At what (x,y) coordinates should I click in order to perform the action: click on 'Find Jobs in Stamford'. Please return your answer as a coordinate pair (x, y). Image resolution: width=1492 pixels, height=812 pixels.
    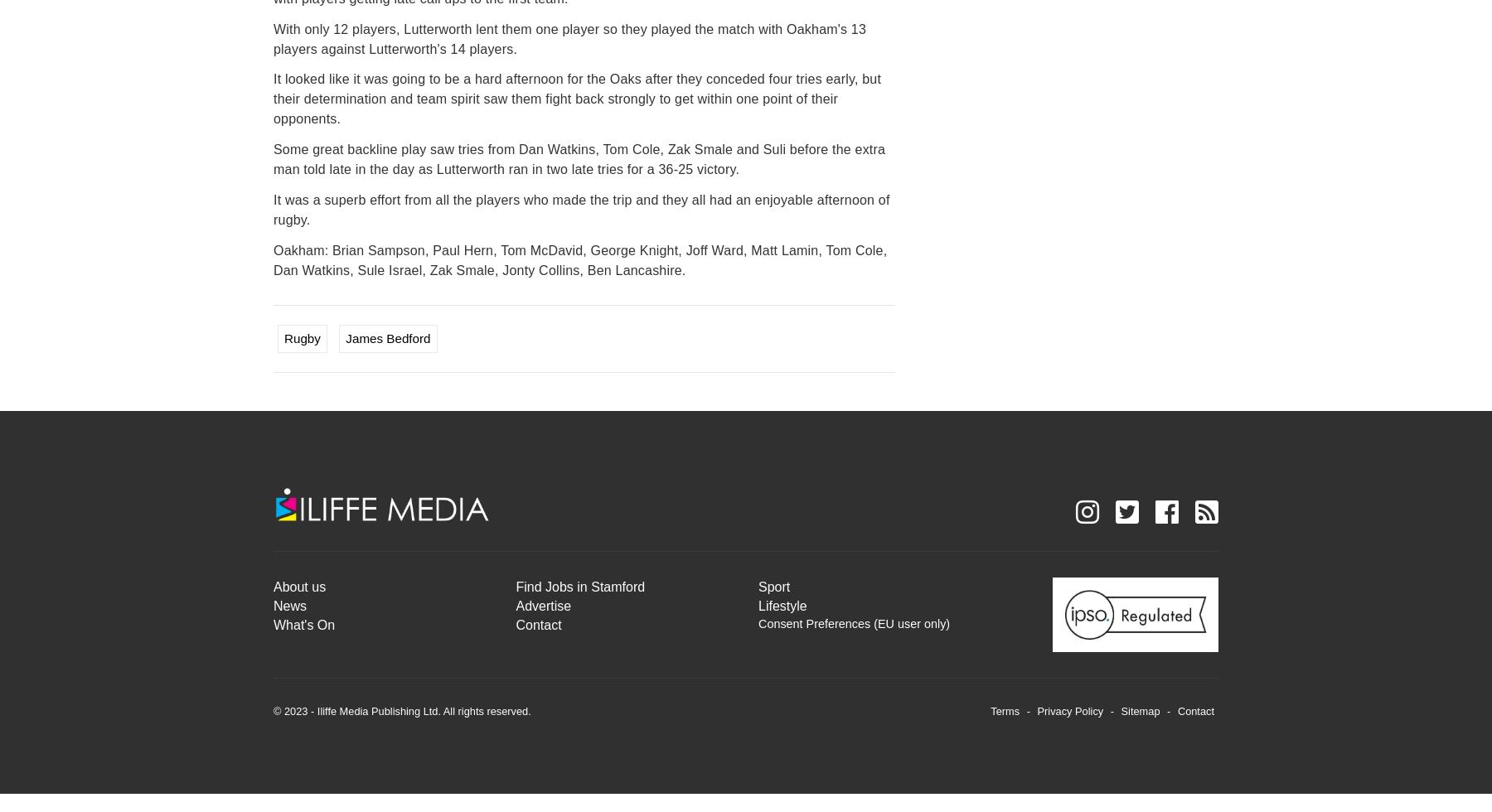
    Looking at the image, I should click on (579, 586).